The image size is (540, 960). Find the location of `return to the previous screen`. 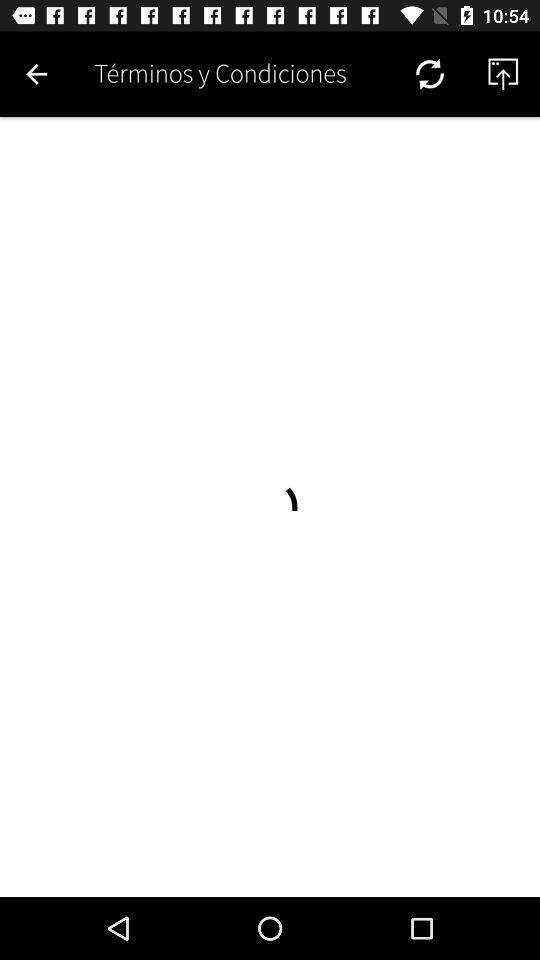

return to the previous screen is located at coordinates (36, 74).